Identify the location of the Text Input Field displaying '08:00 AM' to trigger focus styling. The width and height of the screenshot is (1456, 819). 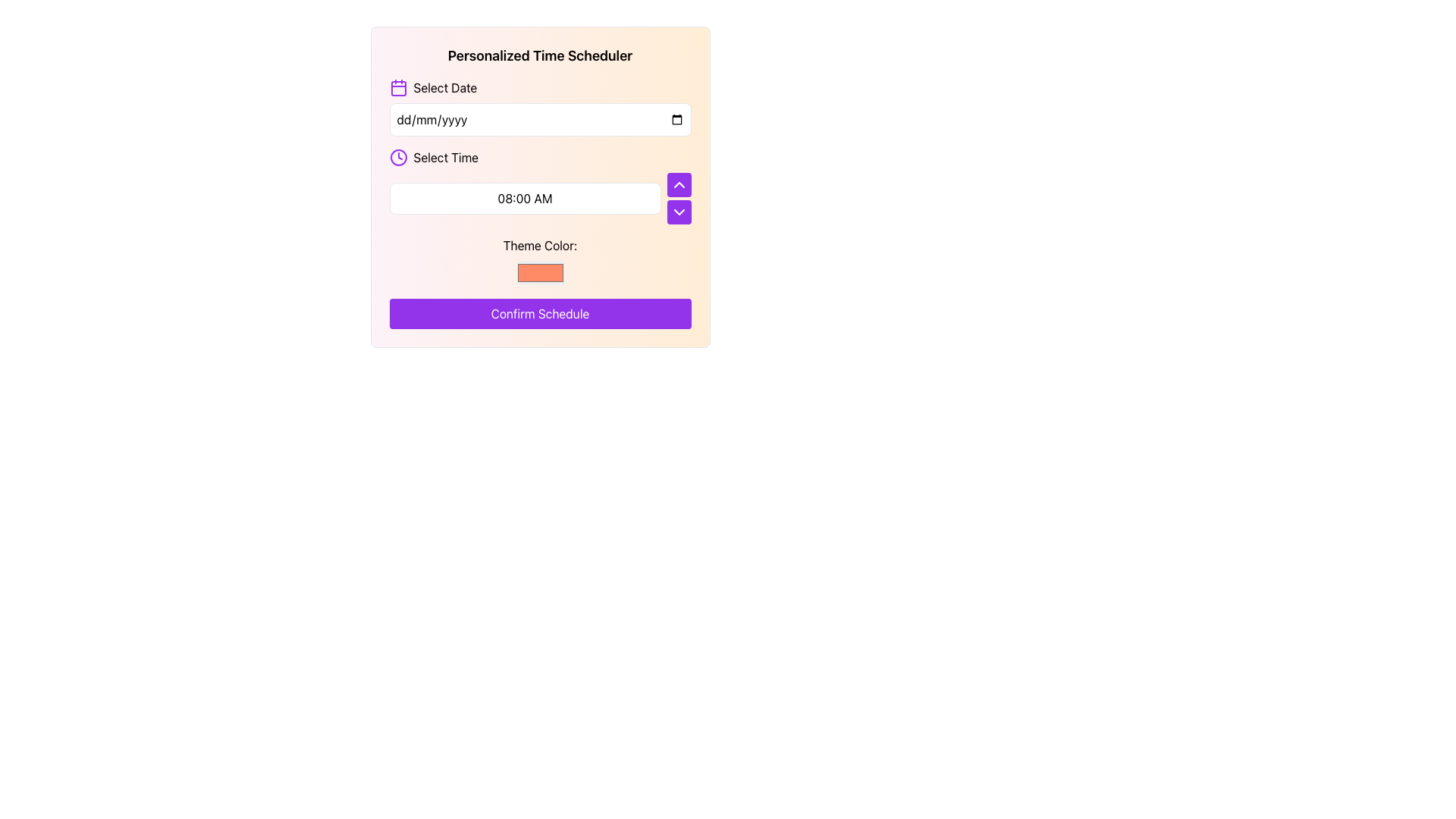
(525, 198).